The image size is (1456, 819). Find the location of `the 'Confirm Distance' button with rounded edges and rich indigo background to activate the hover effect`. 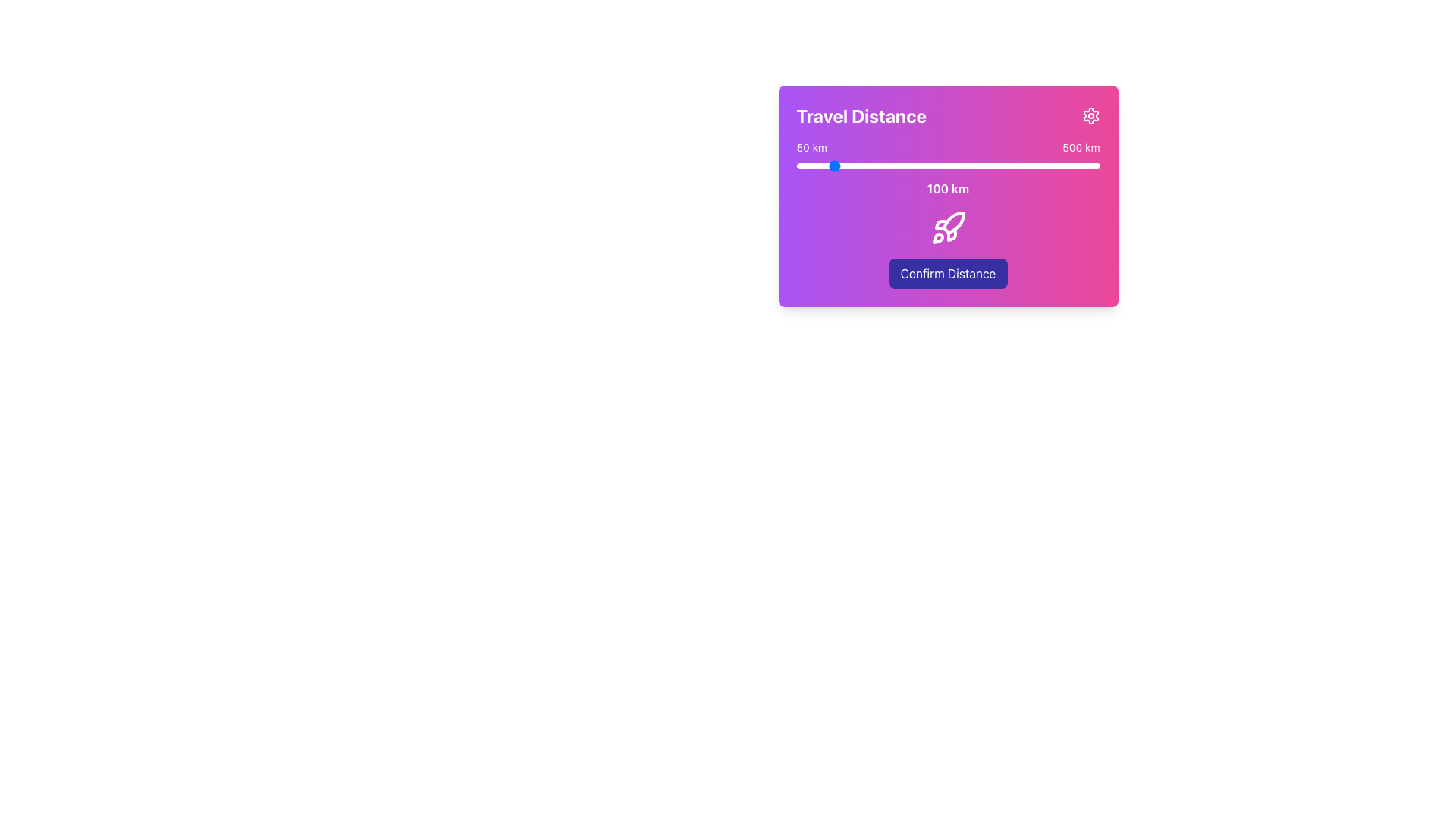

the 'Confirm Distance' button with rounded edges and rich indigo background to activate the hover effect is located at coordinates (947, 274).